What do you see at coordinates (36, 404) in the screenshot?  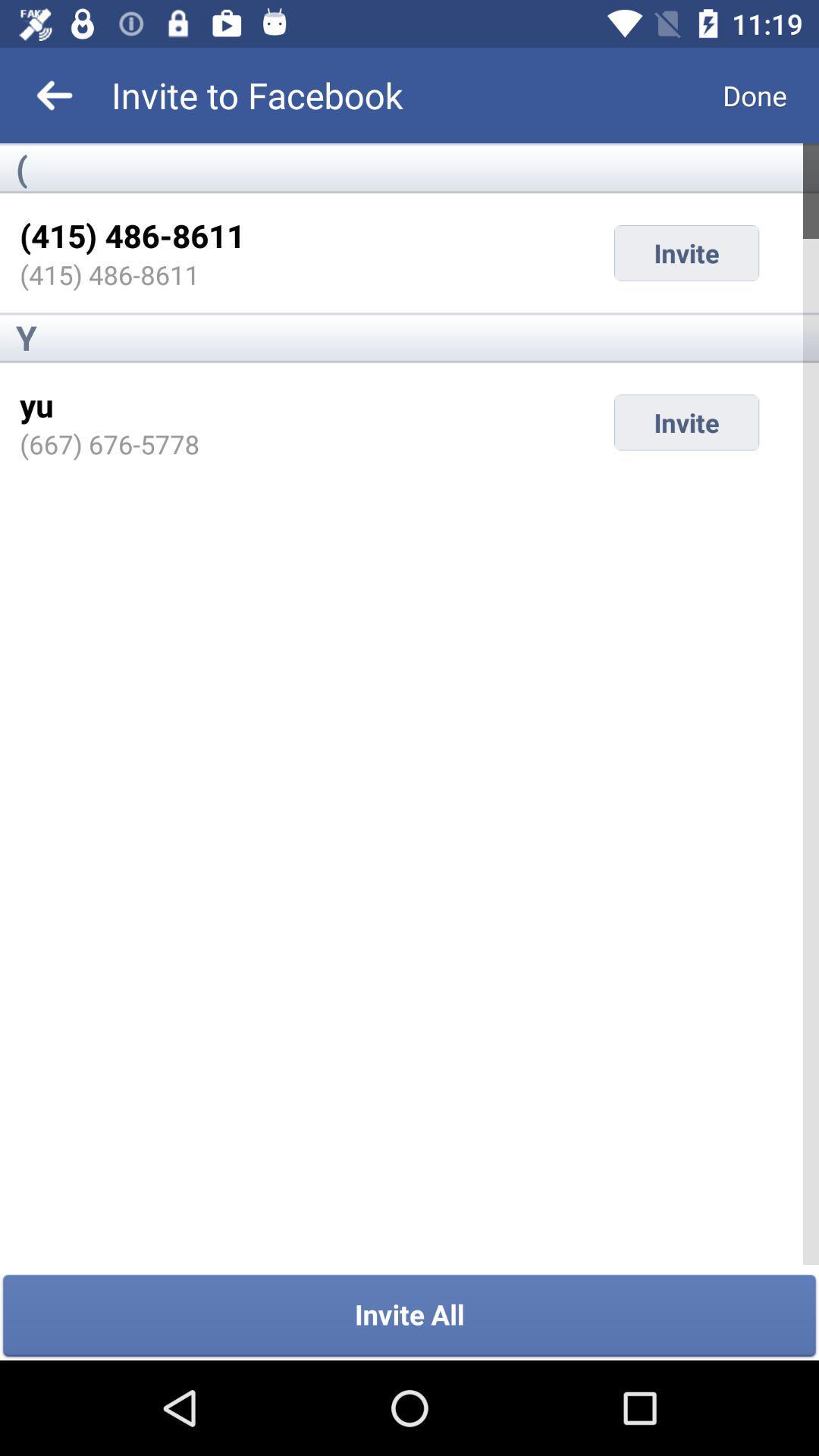 I see `item to the left of invite icon` at bounding box center [36, 404].